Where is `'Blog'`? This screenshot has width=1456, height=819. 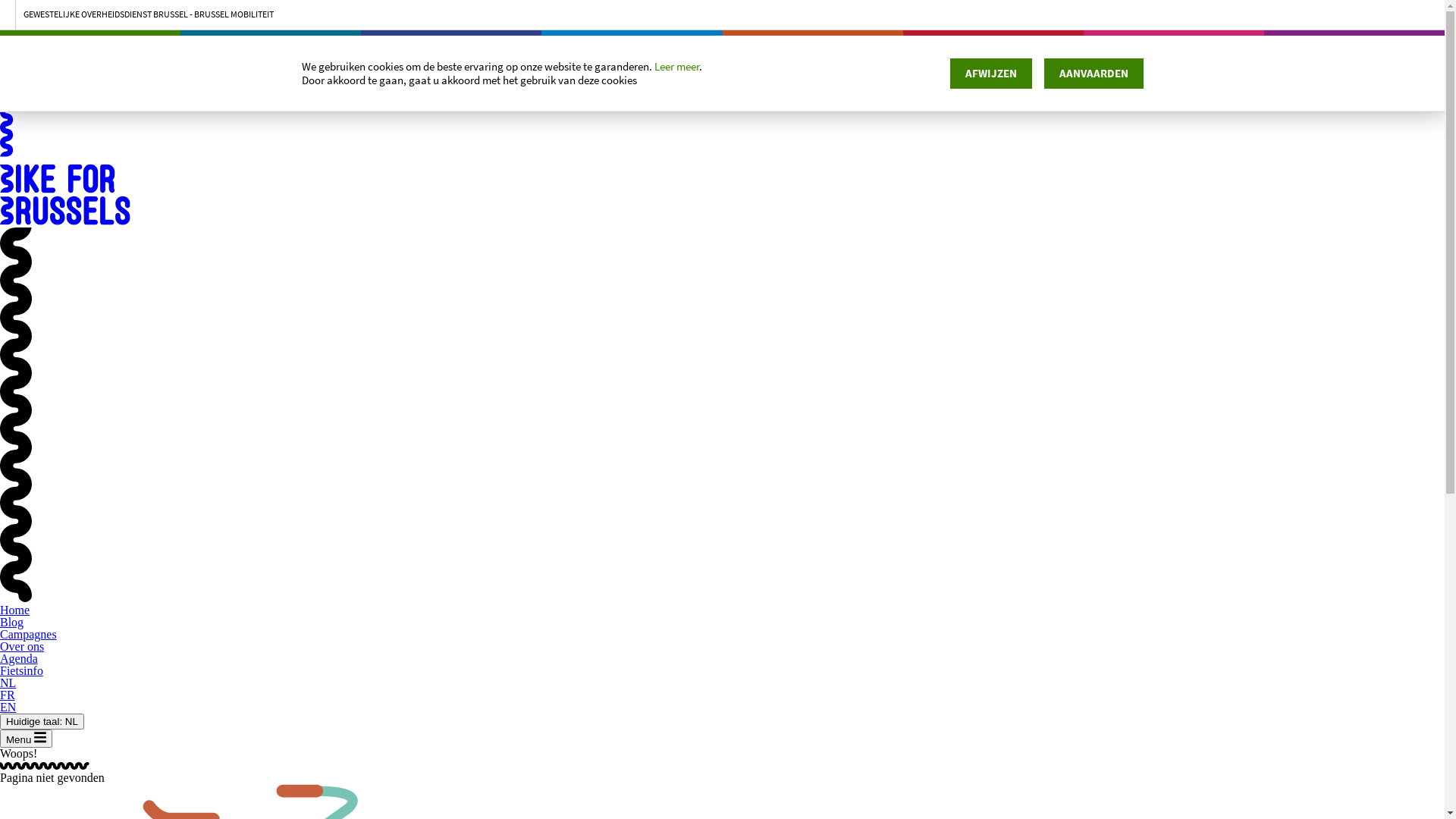 'Blog' is located at coordinates (11, 622).